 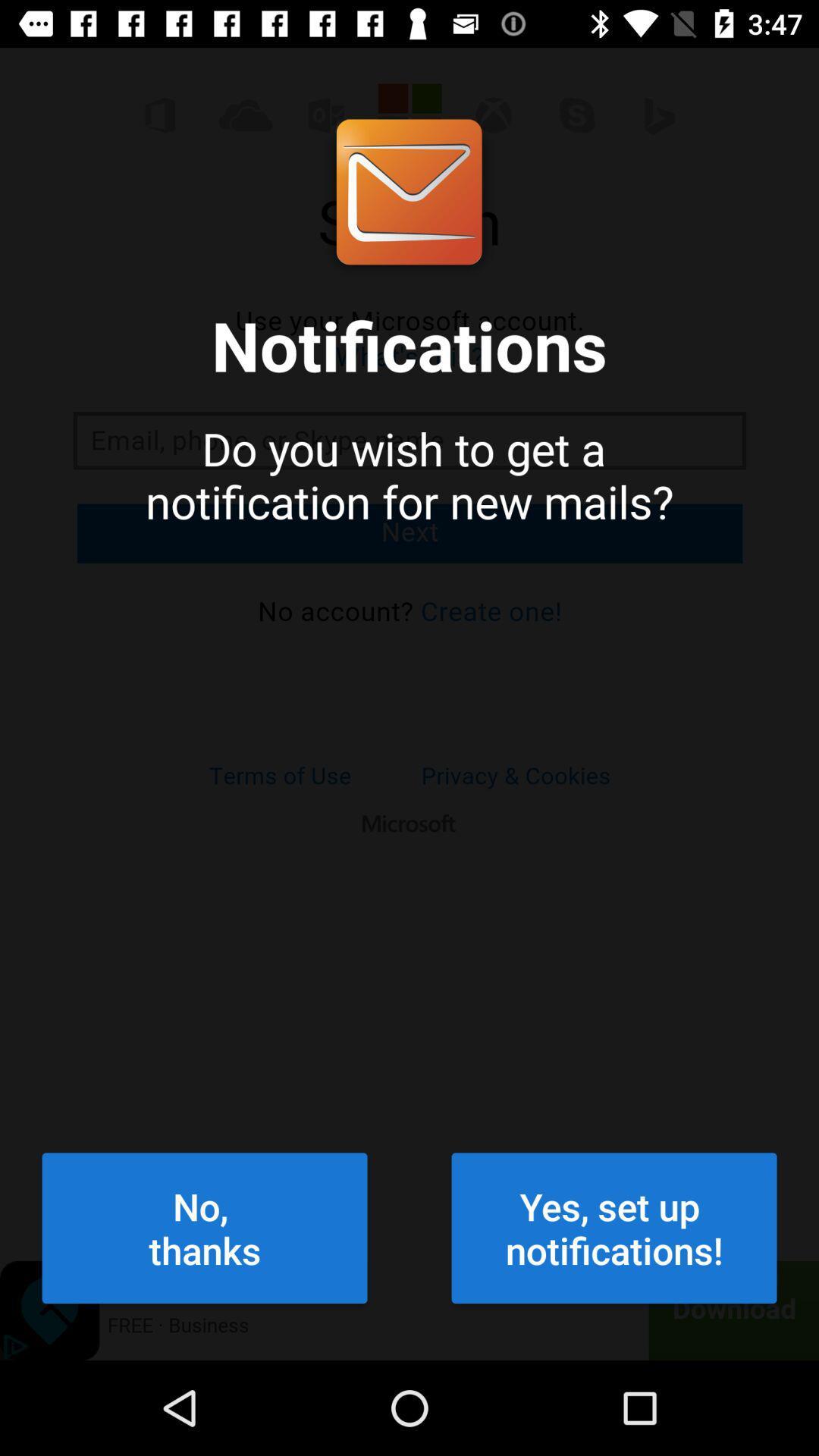 What do you see at coordinates (205, 1228) in the screenshot?
I see `no,` at bounding box center [205, 1228].